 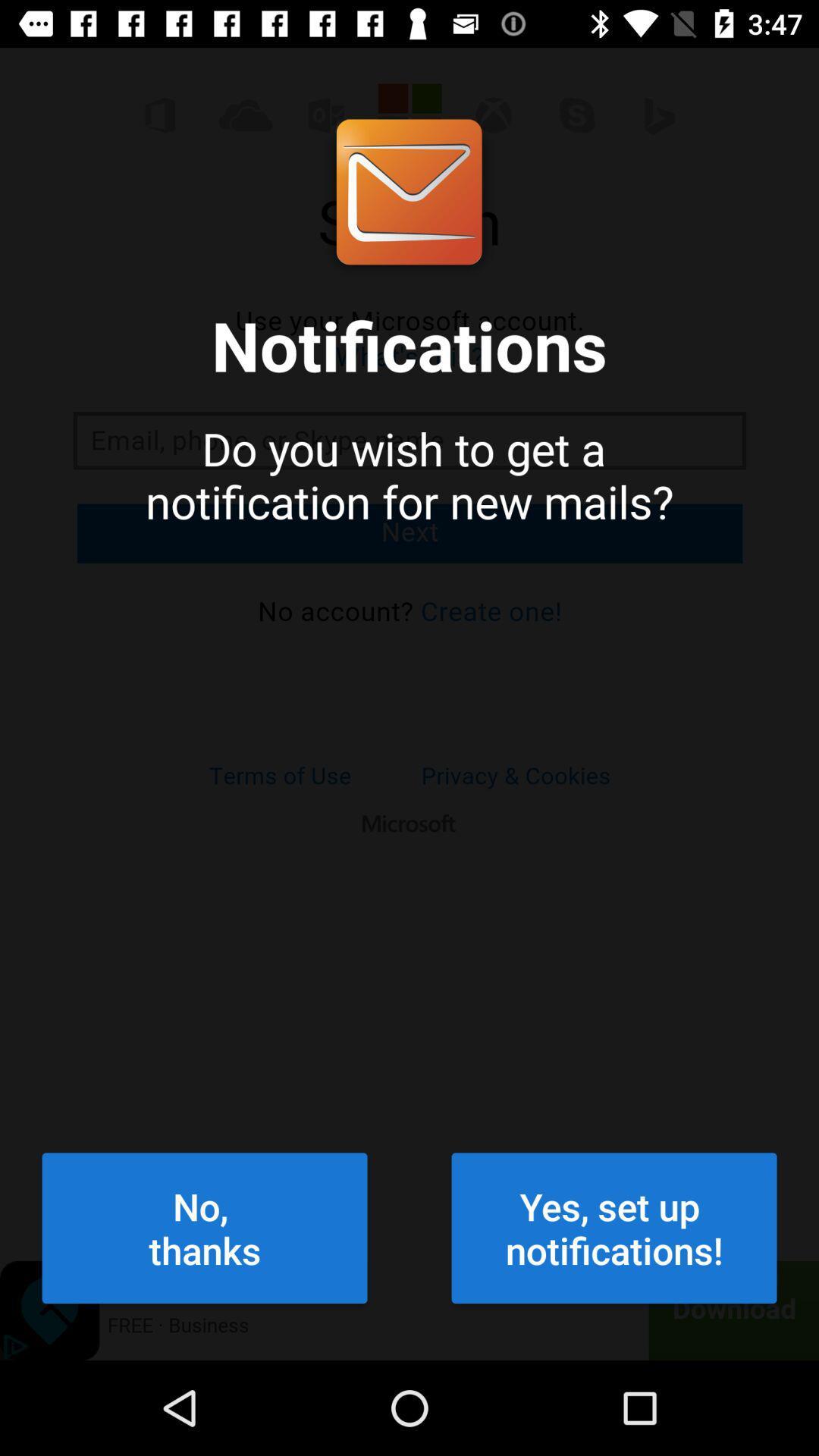 What do you see at coordinates (205, 1228) in the screenshot?
I see `no,` at bounding box center [205, 1228].